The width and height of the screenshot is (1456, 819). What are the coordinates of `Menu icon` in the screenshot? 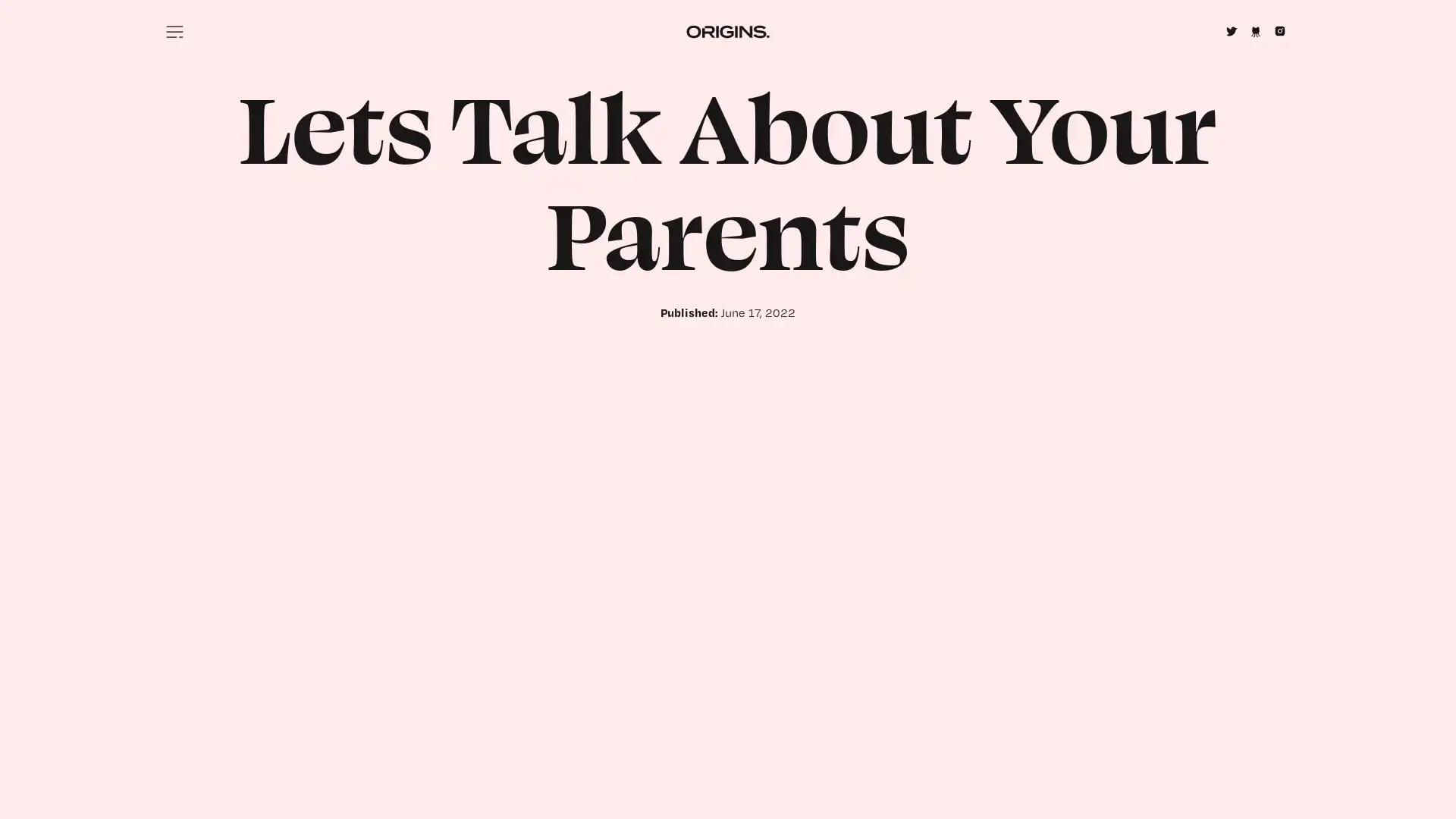 It's located at (174, 32).